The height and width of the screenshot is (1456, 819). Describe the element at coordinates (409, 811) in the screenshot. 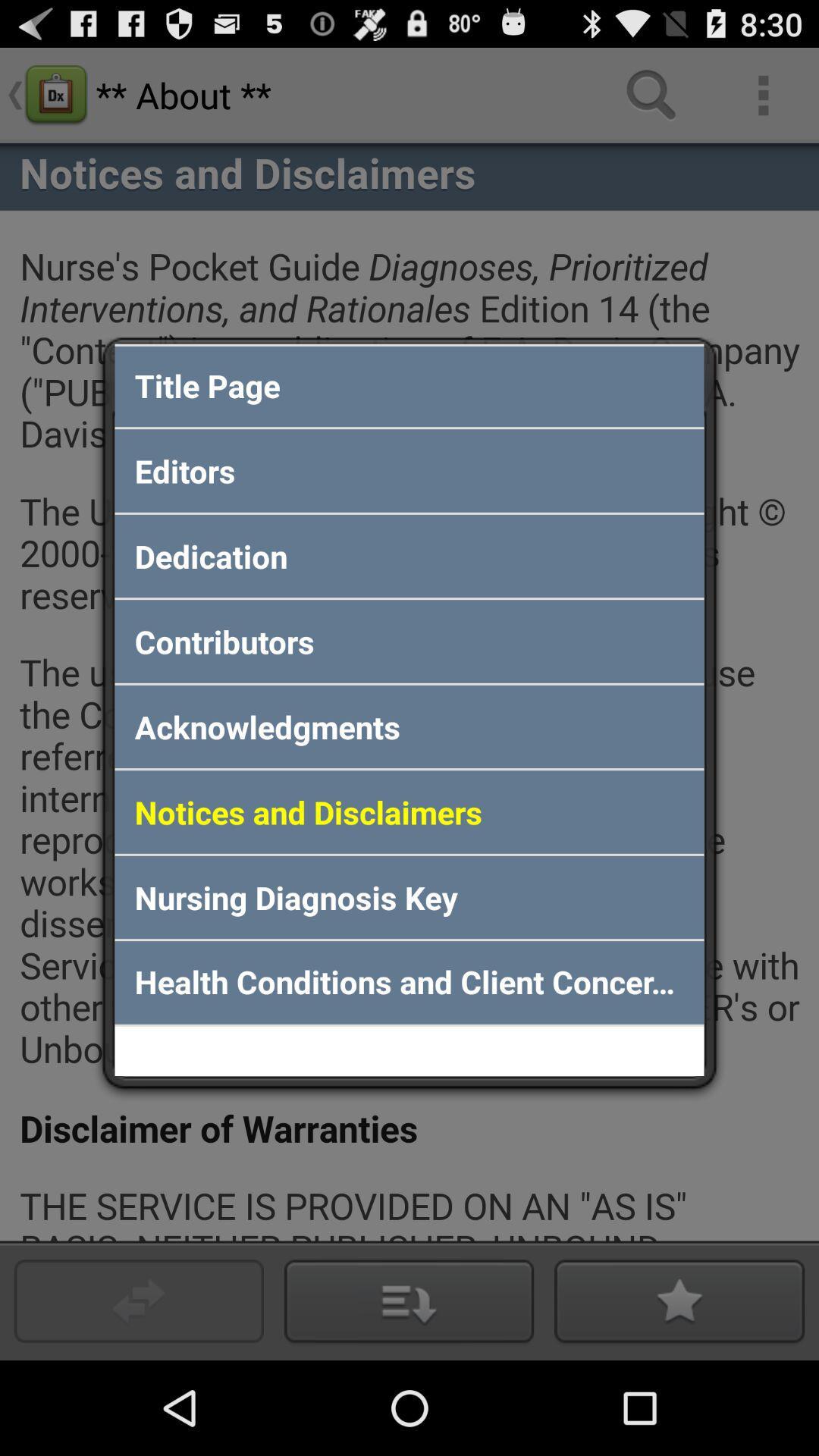

I see `app below acknowledgments` at that location.